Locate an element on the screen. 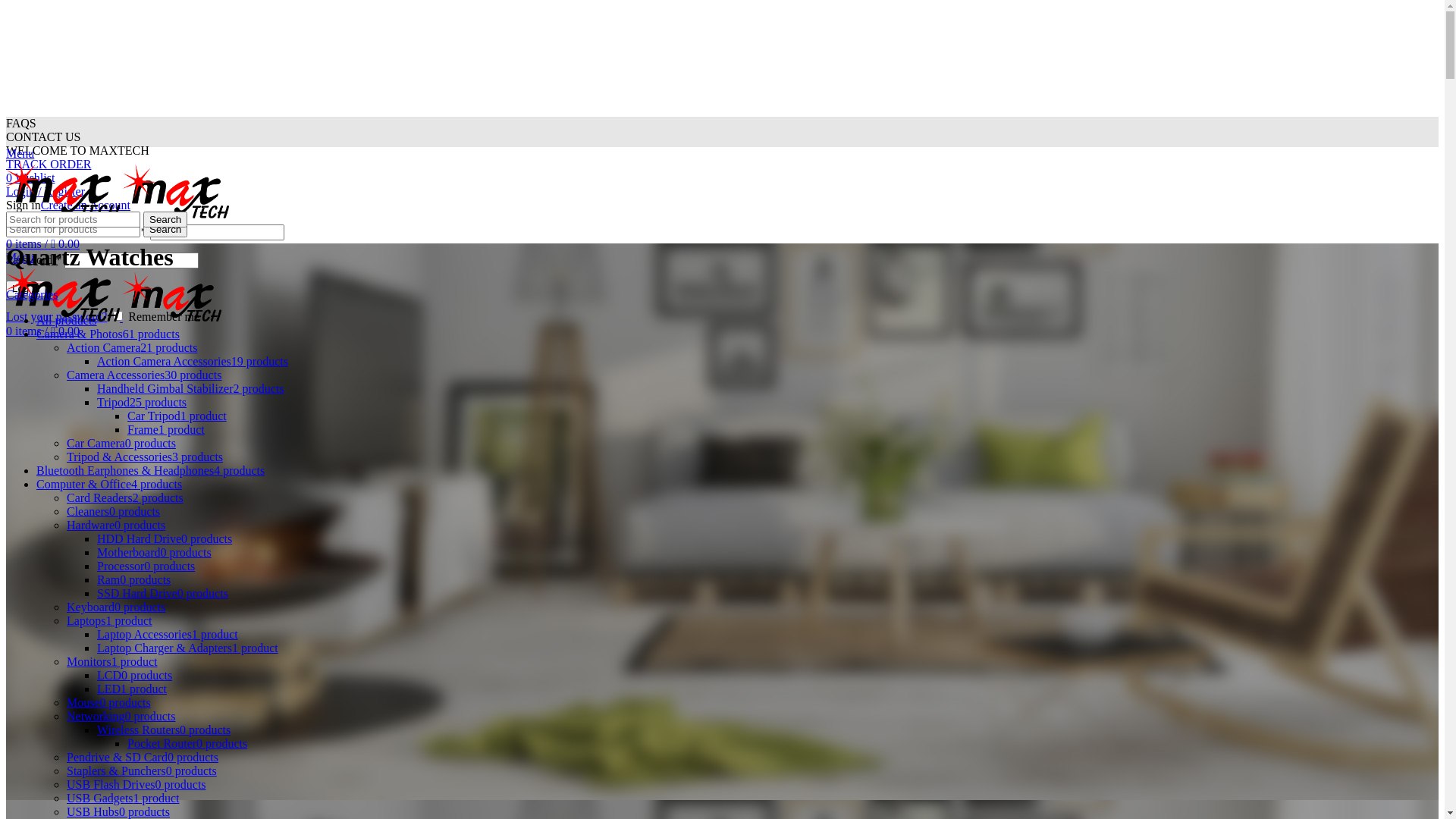 The width and height of the screenshot is (1456, 819). 'Networking0 products' is located at coordinates (65, 716).